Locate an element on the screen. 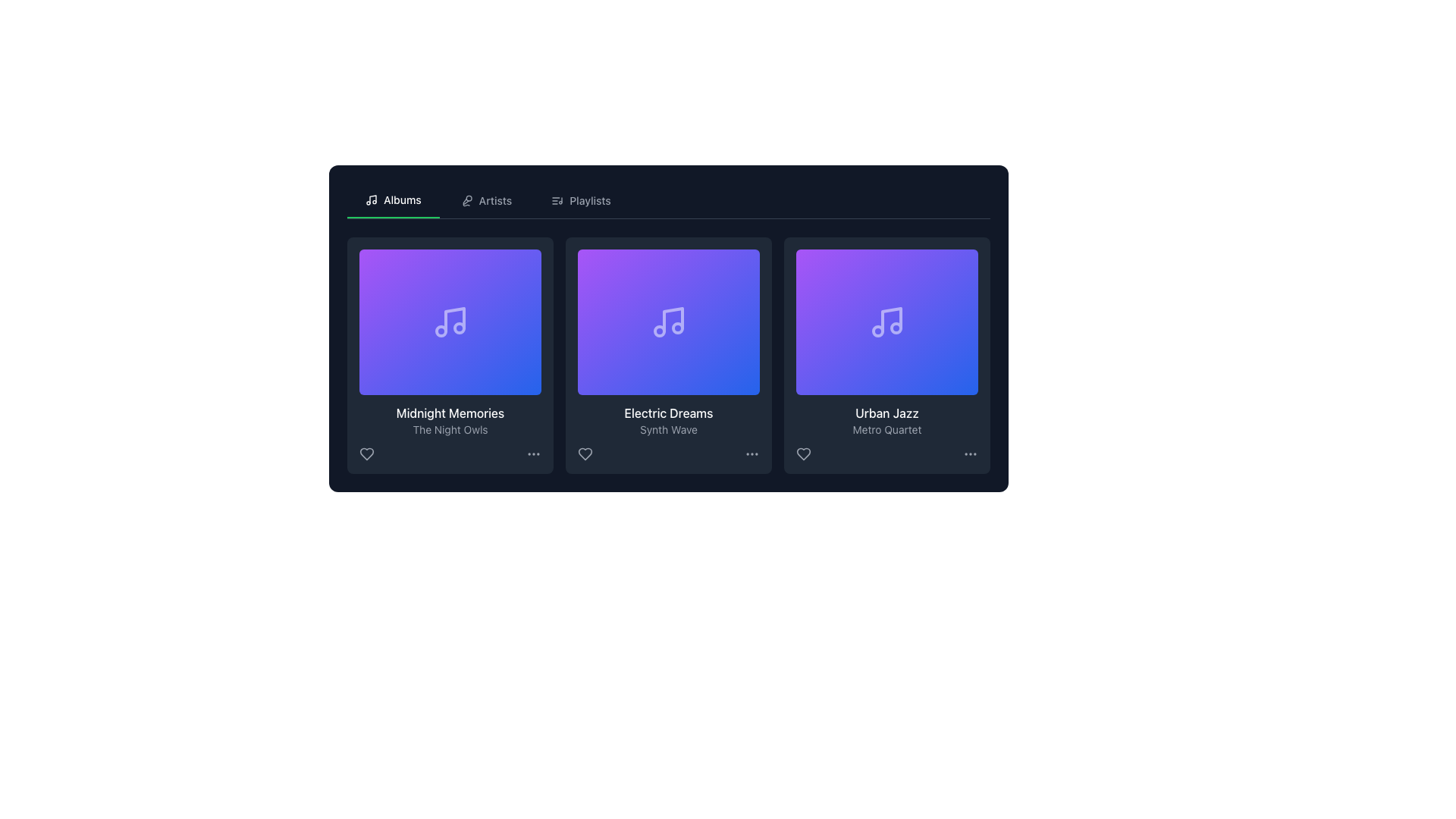 The image size is (1456, 819). the heart icon button with a gray outline located in the bottom-left corner of the third card representing the album 'Urban Jazz' to mark it as a favorite is located at coordinates (803, 453).